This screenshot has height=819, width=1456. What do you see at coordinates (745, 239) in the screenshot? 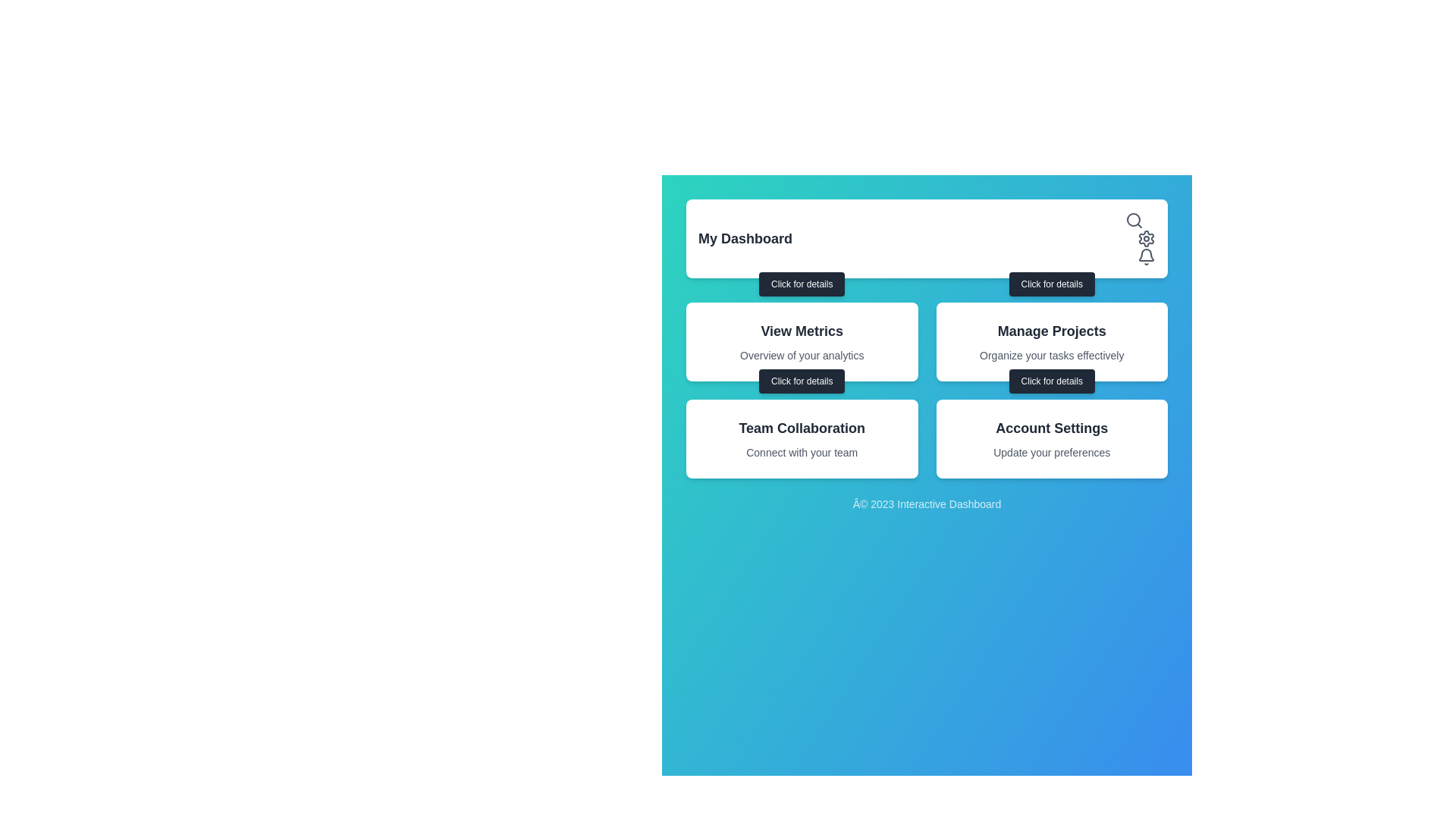
I see `the Text Label that serves as a title or heading, located in the upper left corner of a larger box component, above the settings gear and search icons` at bounding box center [745, 239].